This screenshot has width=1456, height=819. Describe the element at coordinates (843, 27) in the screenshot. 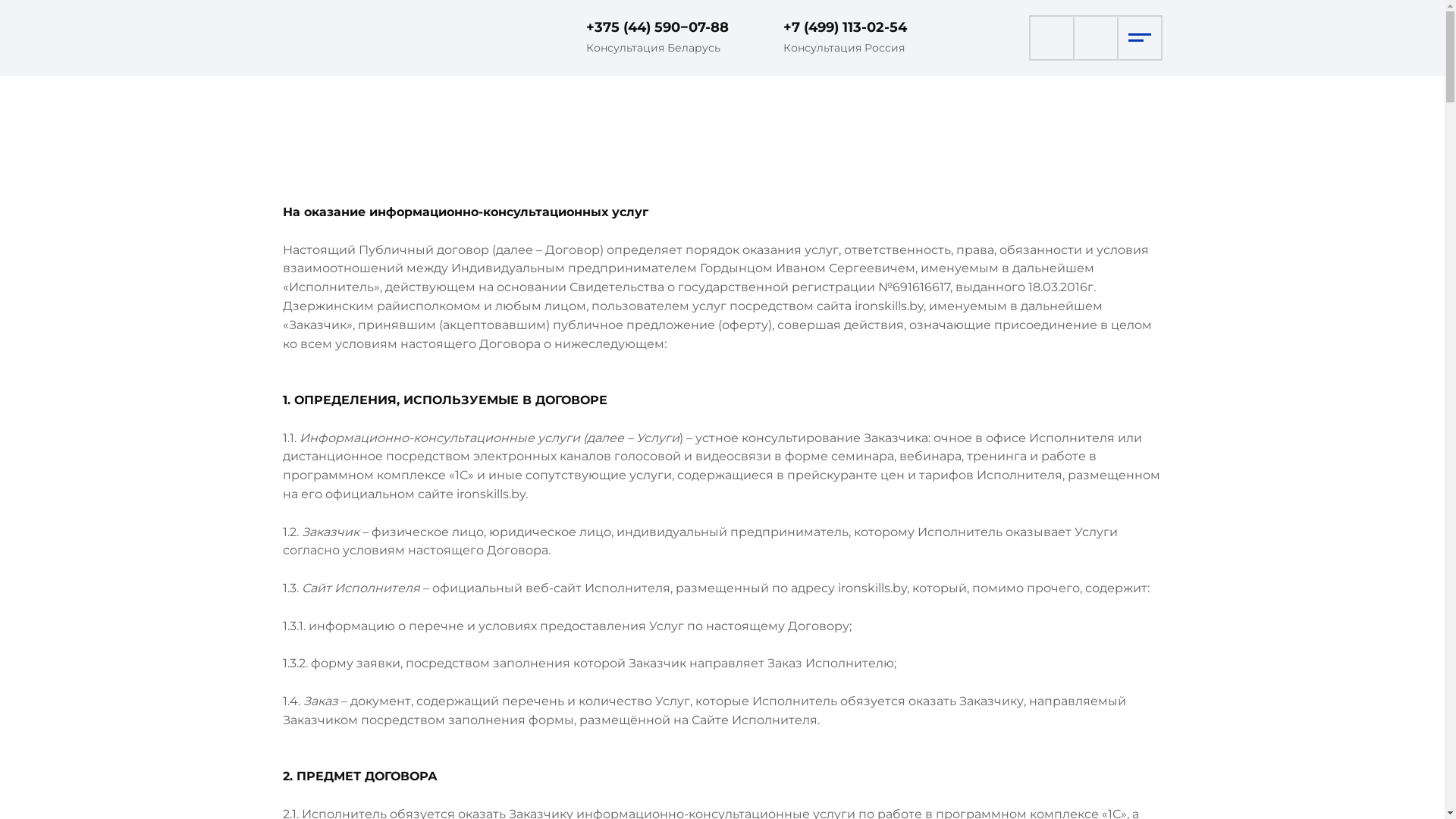

I see `'+7 (499) 113-02-54'` at that location.